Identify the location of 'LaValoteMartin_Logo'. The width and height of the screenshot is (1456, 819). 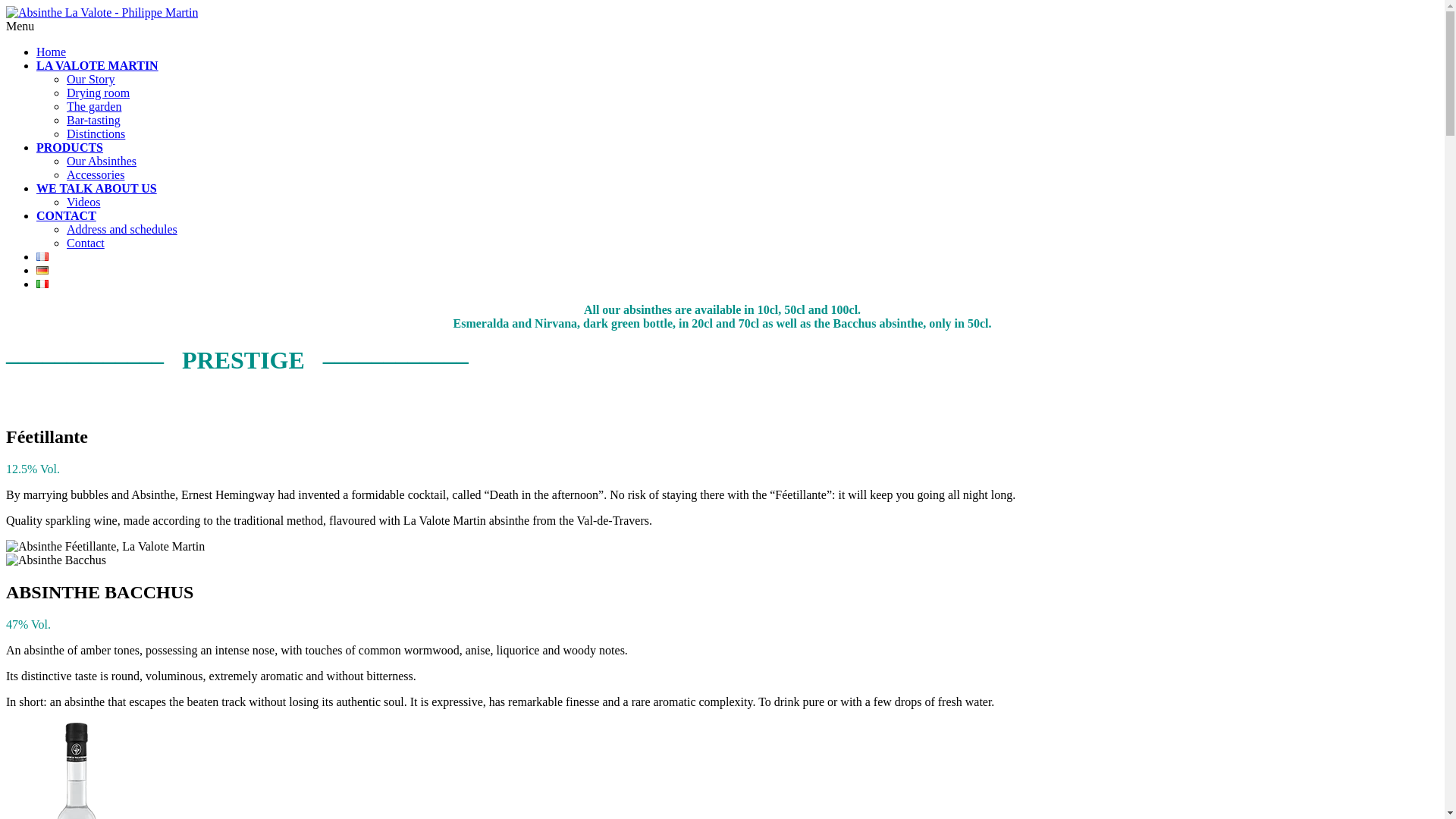
(101, 12).